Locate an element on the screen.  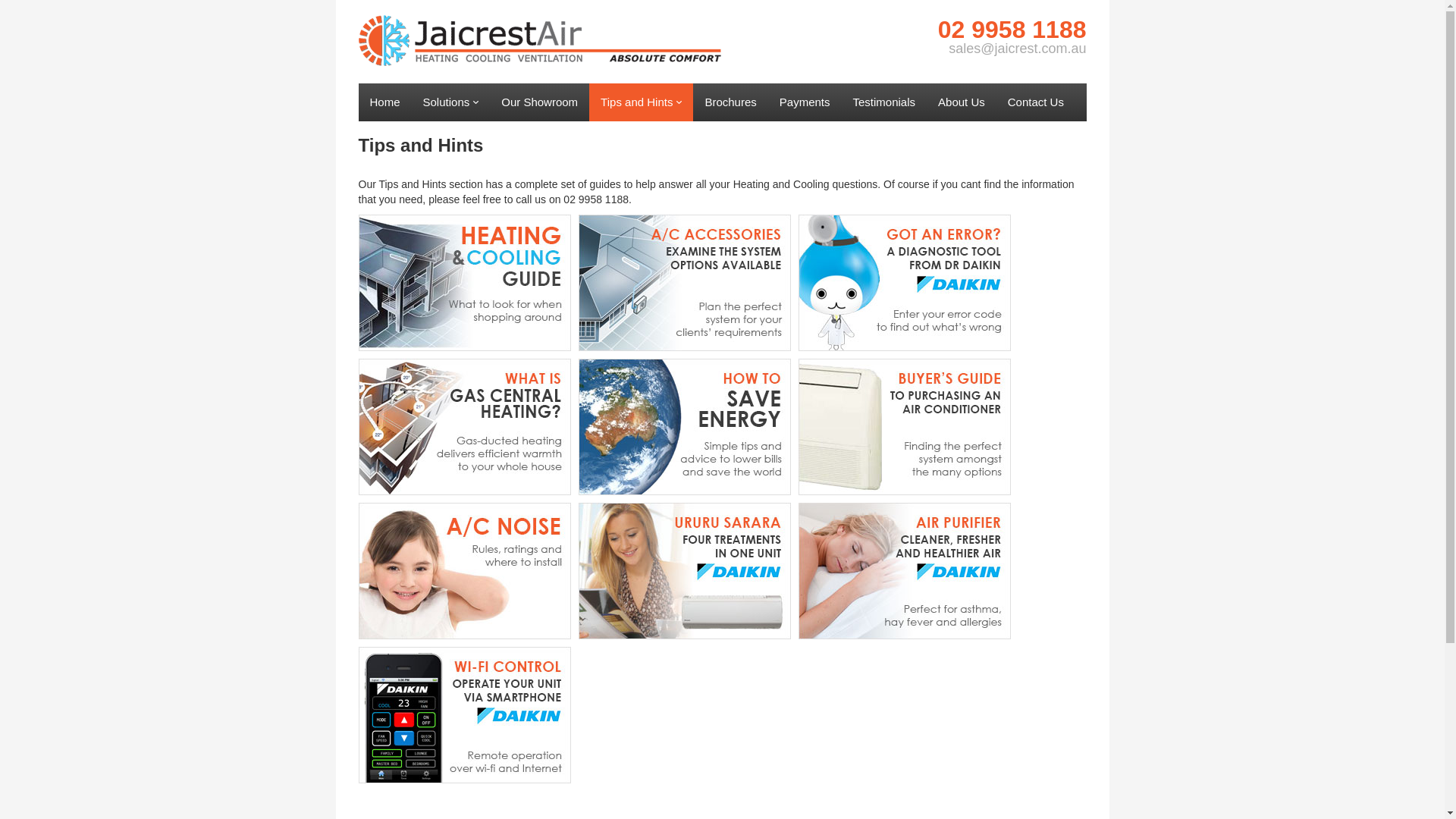
'Home' is located at coordinates (384, 102).